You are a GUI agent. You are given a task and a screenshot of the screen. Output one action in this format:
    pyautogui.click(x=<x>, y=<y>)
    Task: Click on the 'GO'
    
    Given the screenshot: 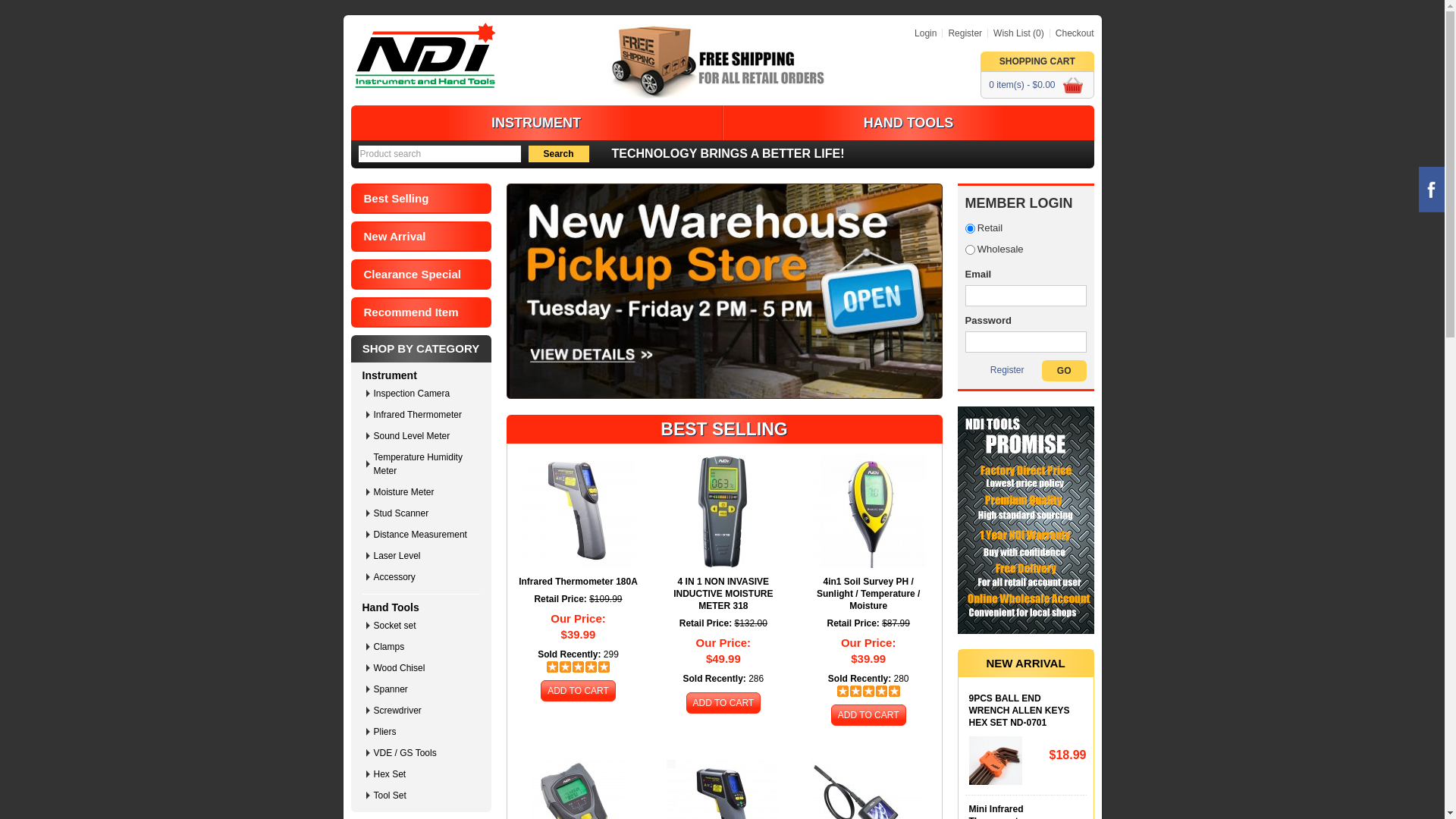 What is the action you would take?
    pyautogui.click(x=1063, y=371)
    